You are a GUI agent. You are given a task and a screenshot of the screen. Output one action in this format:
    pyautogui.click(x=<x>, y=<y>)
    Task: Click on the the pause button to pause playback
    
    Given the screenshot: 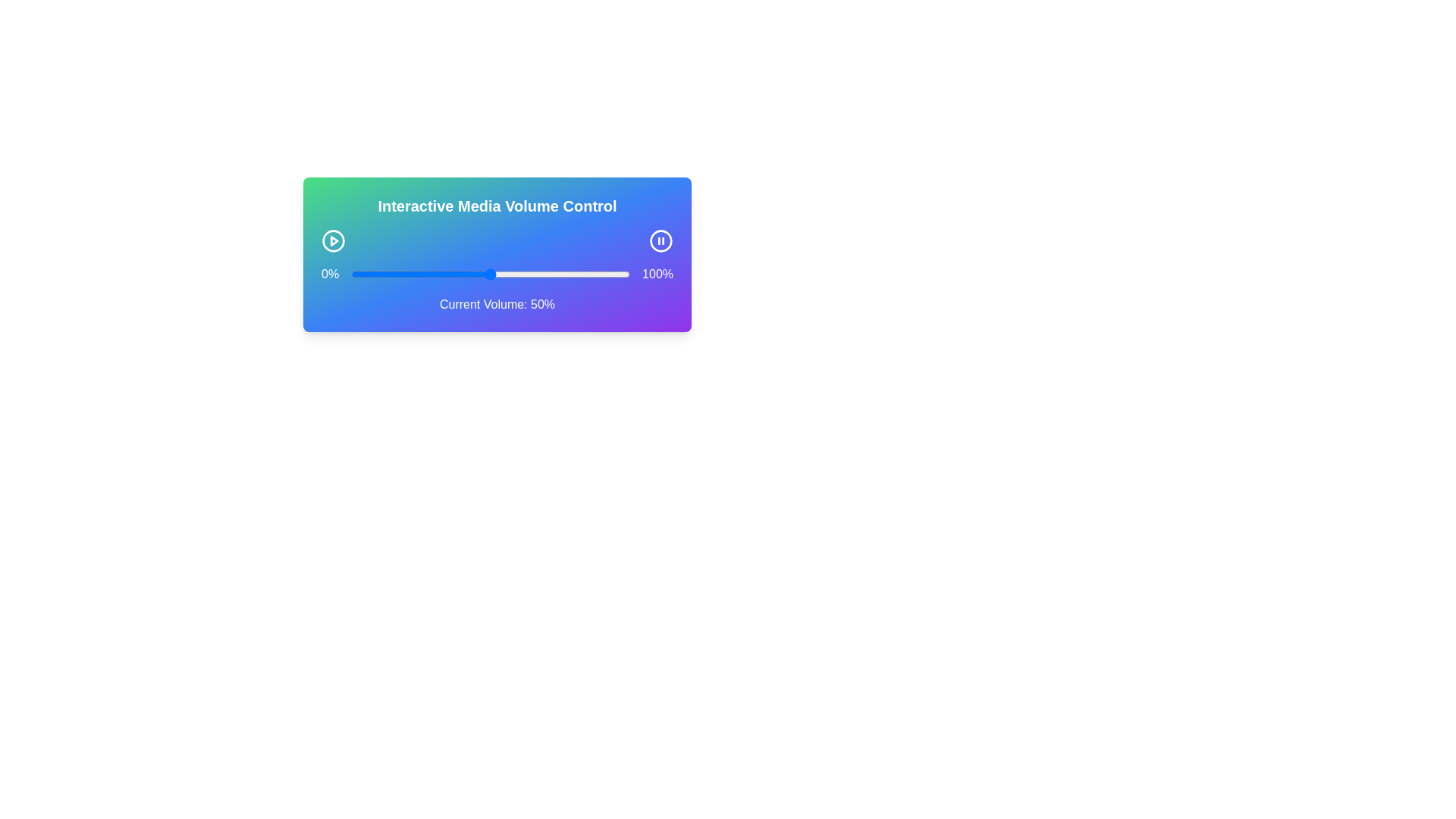 What is the action you would take?
    pyautogui.click(x=661, y=240)
    